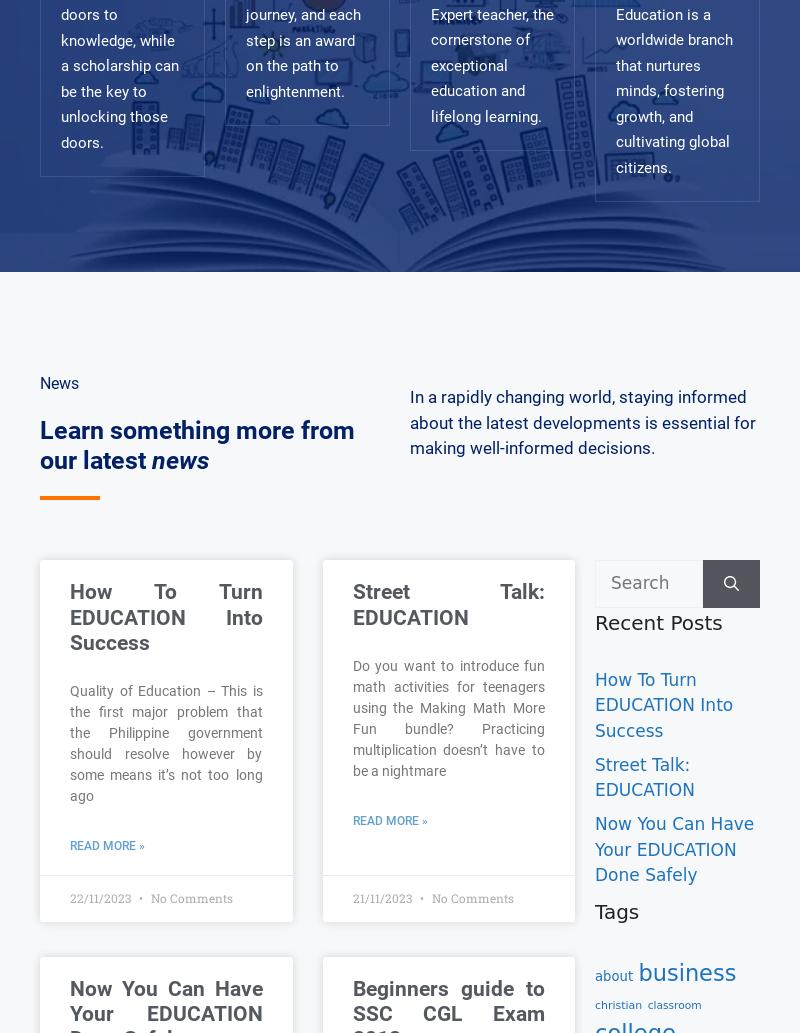  Describe the element at coordinates (674, 90) in the screenshot. I see `'Education is a worldwide branch that nurtures minds, fostering growth, and cultivating global citizens.'` at that location.